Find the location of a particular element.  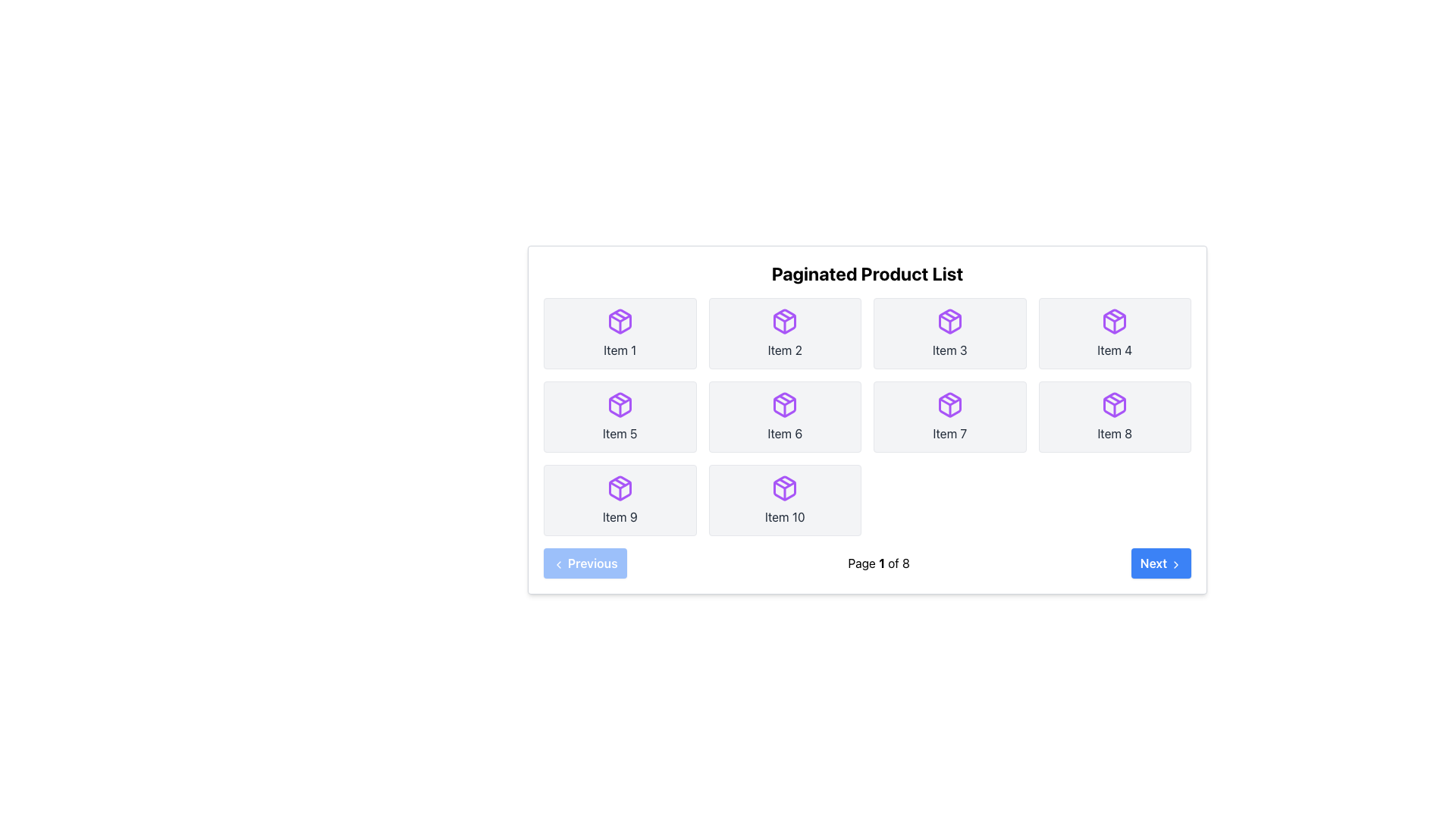

the chevron icon indicating the 'Next' action of the button located at the bottom-right corner of the interface is located at coordinates (1175, 564).